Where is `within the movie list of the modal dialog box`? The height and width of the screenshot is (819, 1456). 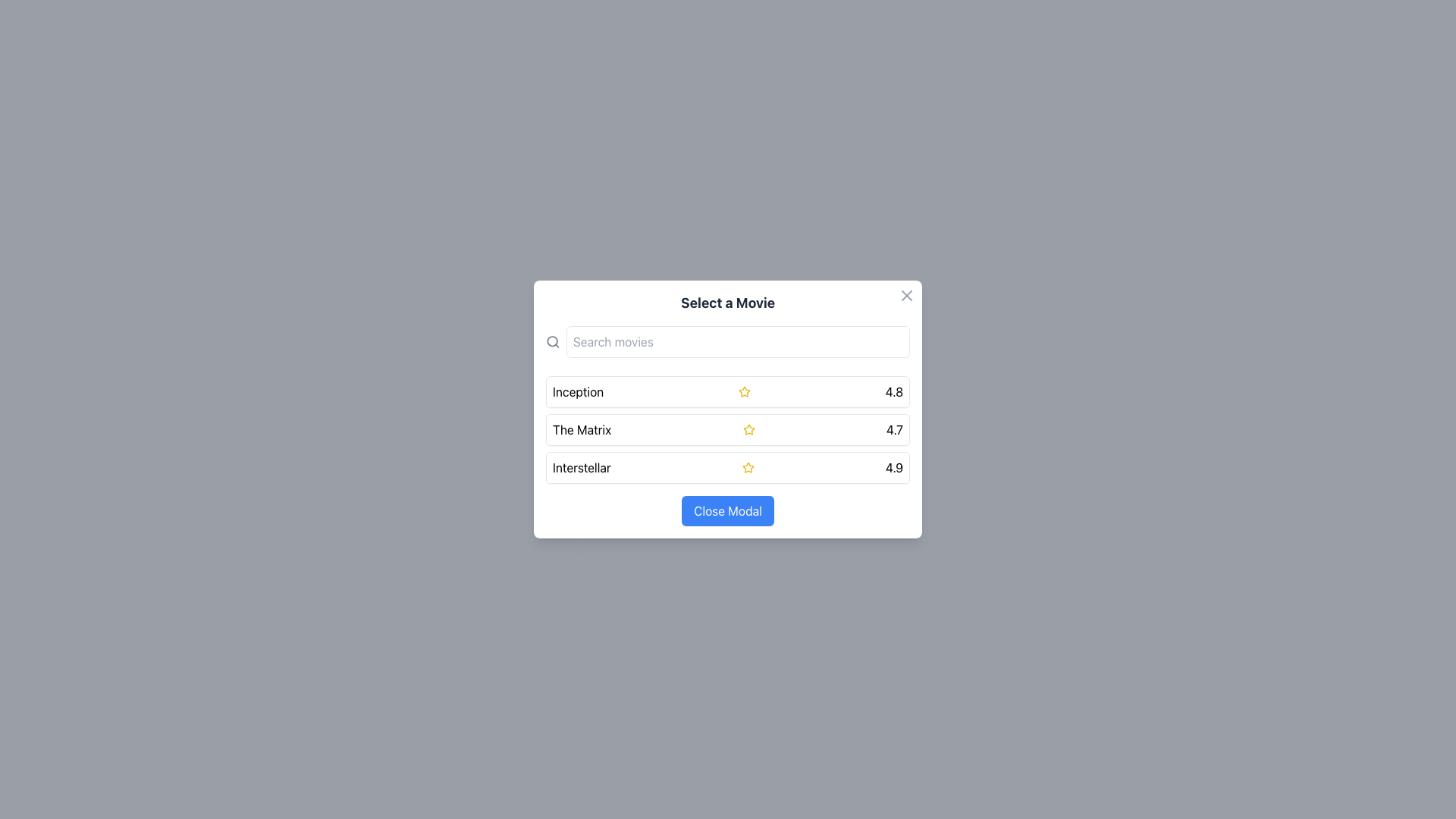 within the movie list of the modal dialog box is located at coordinates (728, 409).